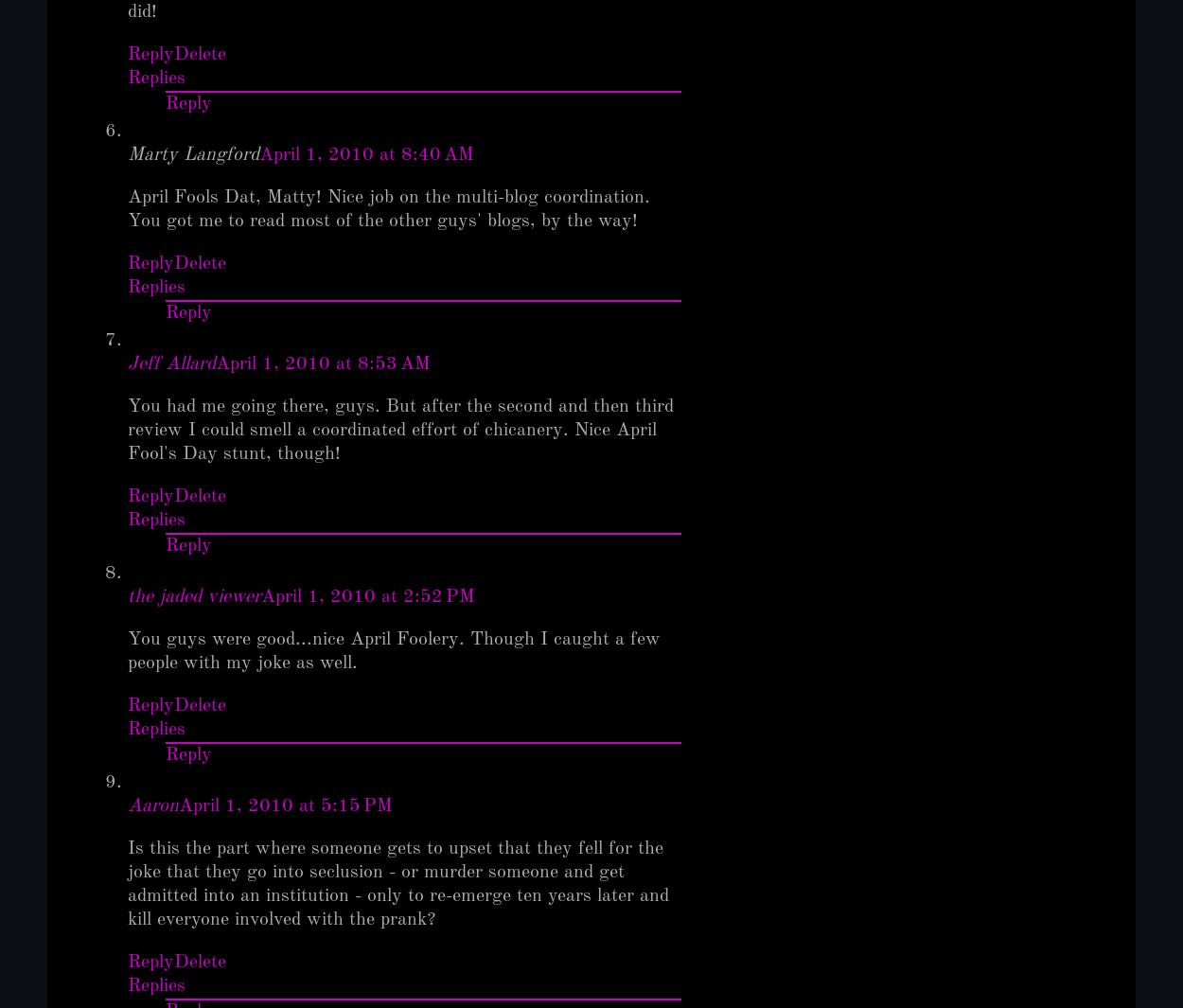 This screenshot has height=1008, width=1183. Describe the element at coordinates (400, 429) in the screenshot. I see `'You had me going there, guys. But after the second and then third review I could smell a coordinated effort of chicanery. Nice April Fool's Day stunt, though!'` at that location.